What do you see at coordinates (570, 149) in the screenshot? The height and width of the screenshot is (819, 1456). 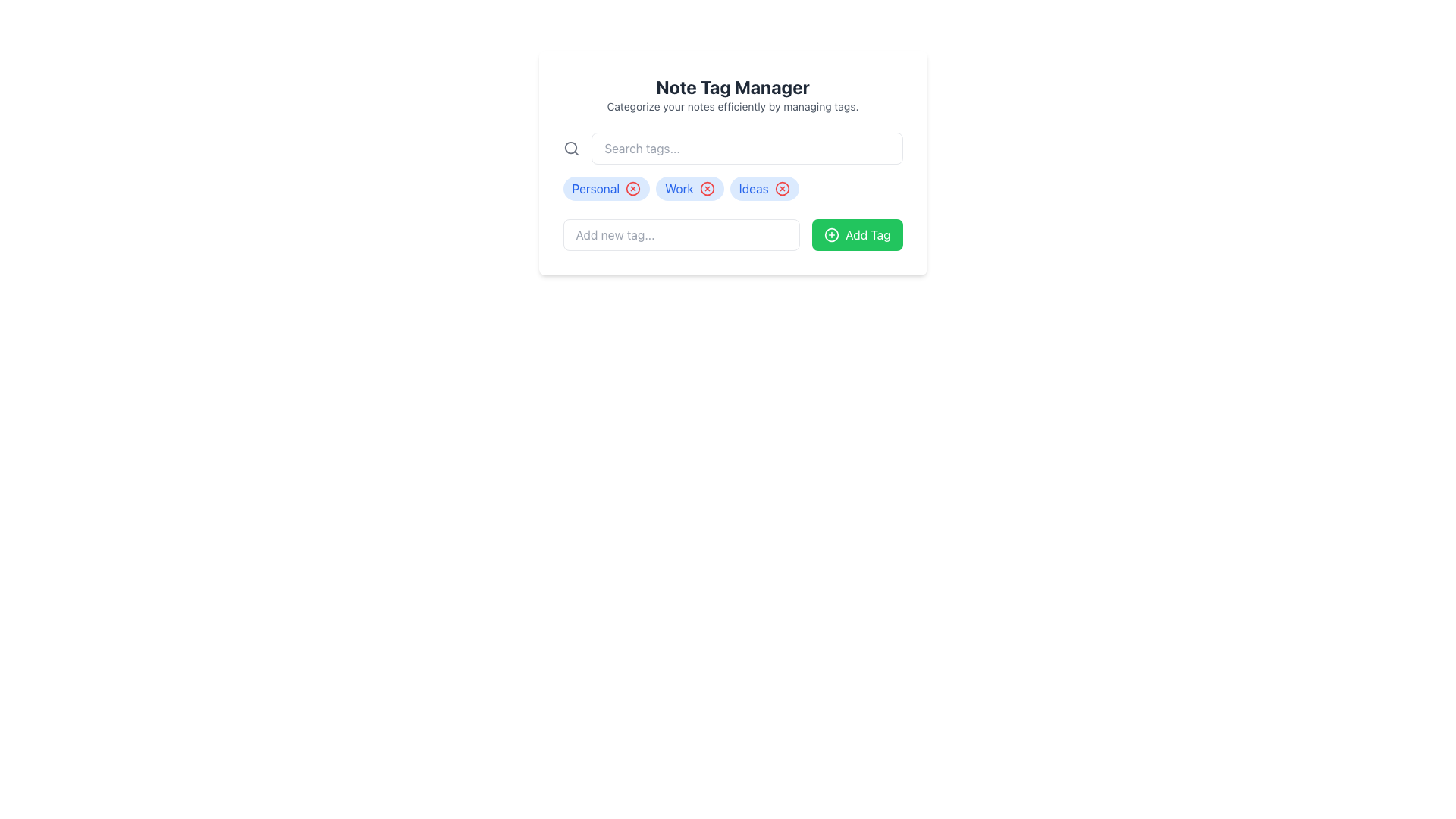 I see `the magnifying glass icon with a gray stroke, located to the left of the 'Search tags...' input field` at bounding box center [570, 149].